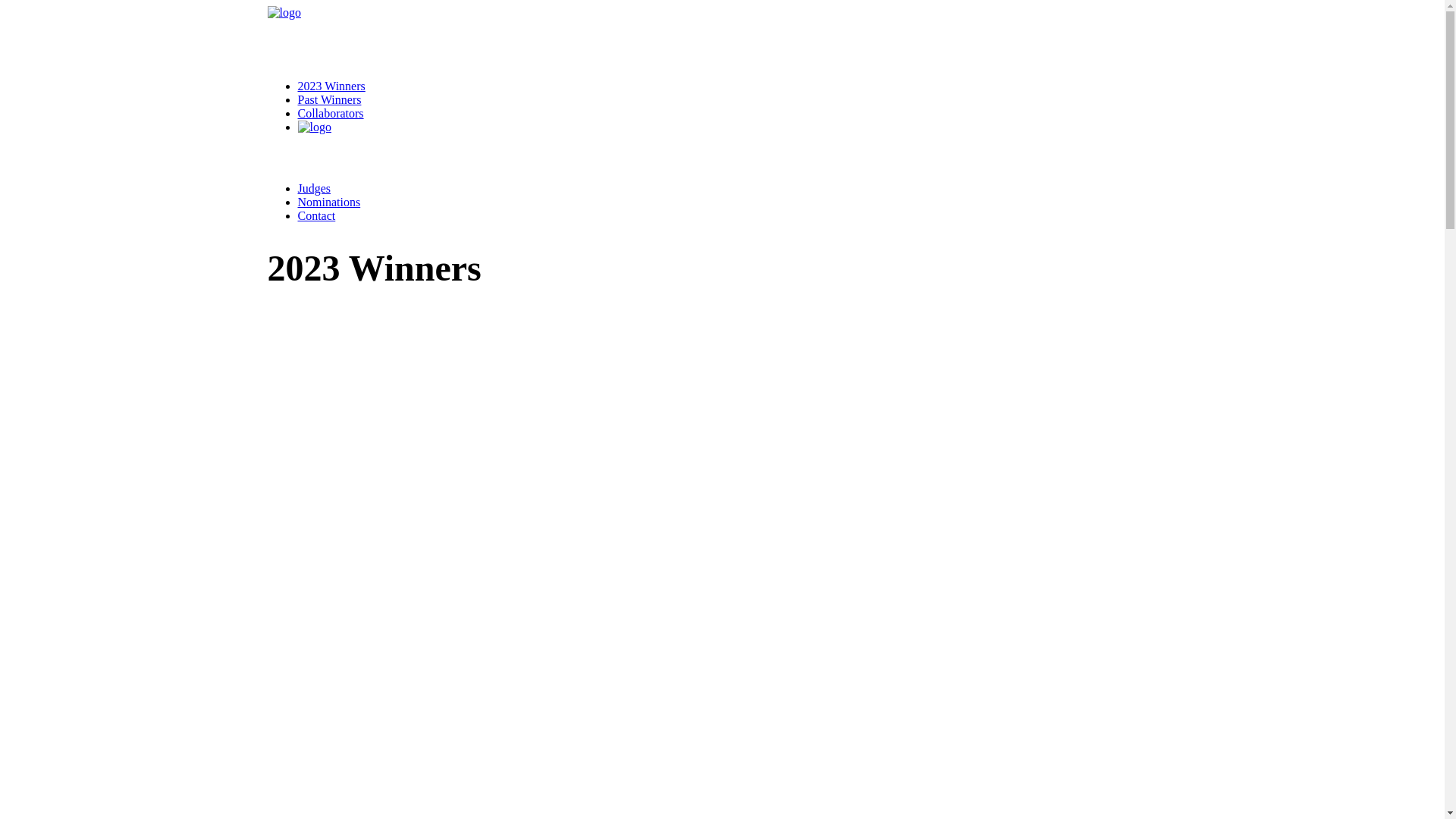 This screenshot has width=1456, height=819. I want to click on 'Judges', so click(312, 187).